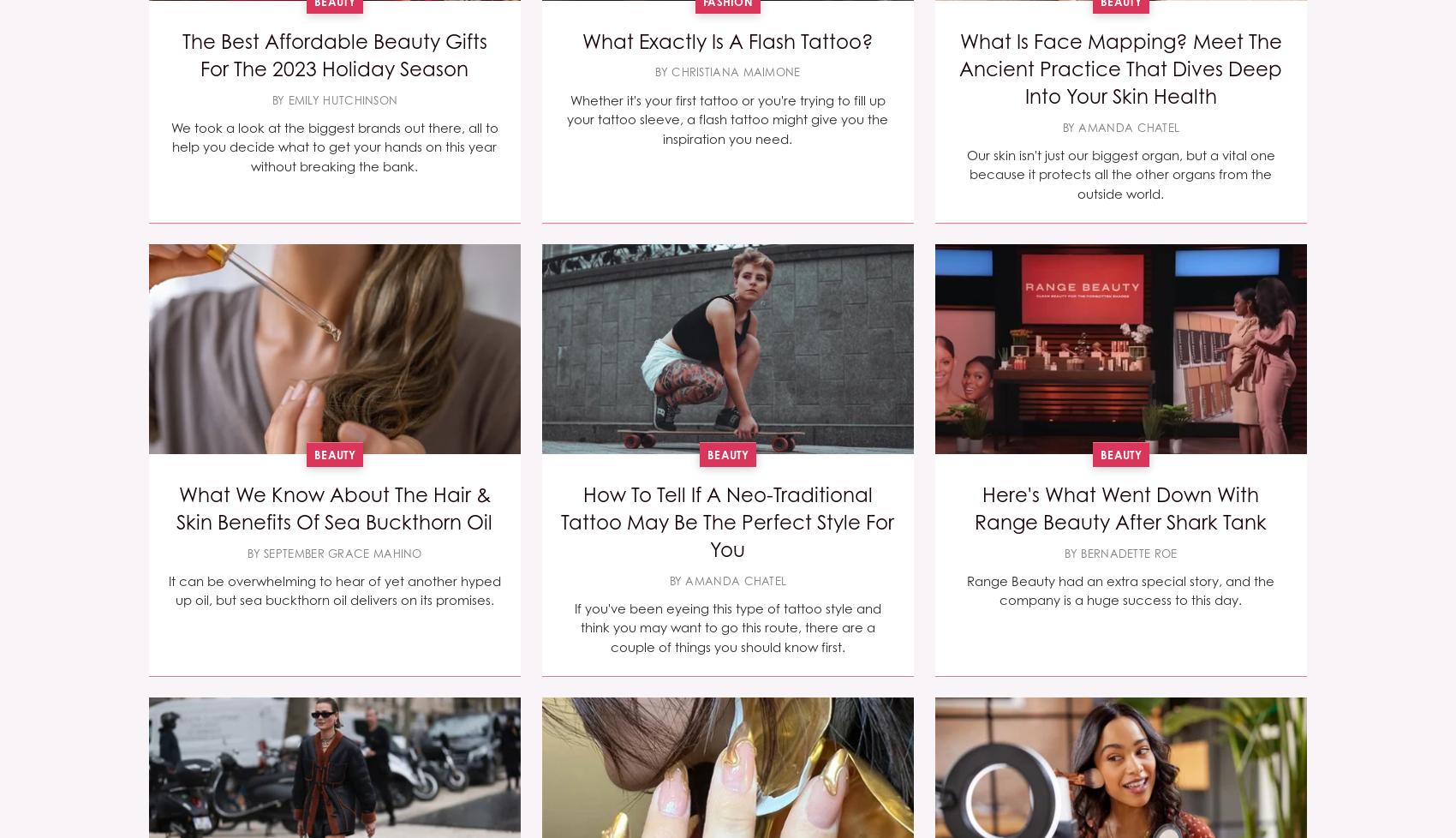  What do you see at coordinates (1120, 552) in the screenshot?
I see `'By Bernadette Roe'` at bounding box center [1120, 552].